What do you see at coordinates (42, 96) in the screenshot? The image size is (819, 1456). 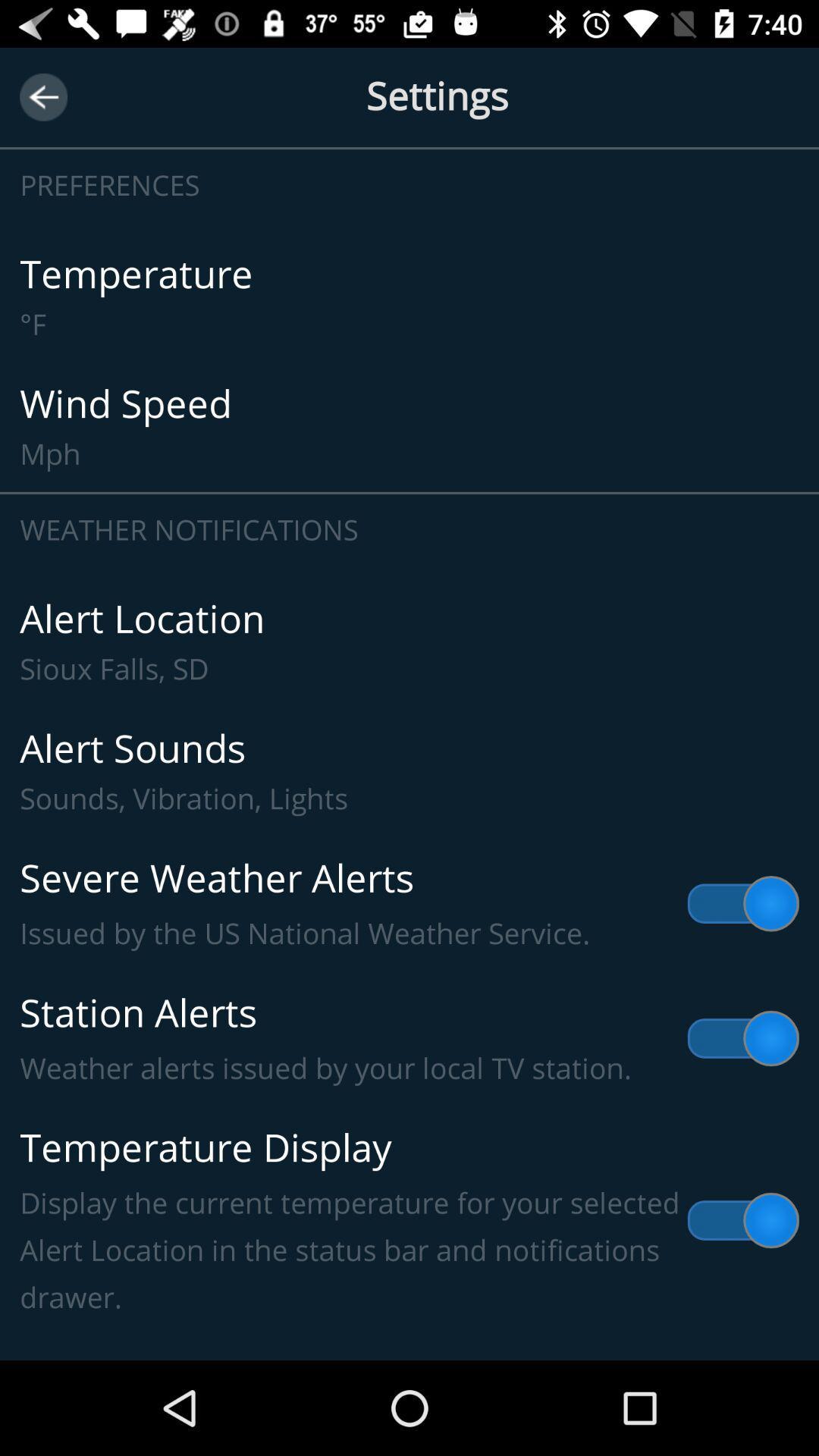 I see `the arrow_backward icon` at bounding box center [42, 96].